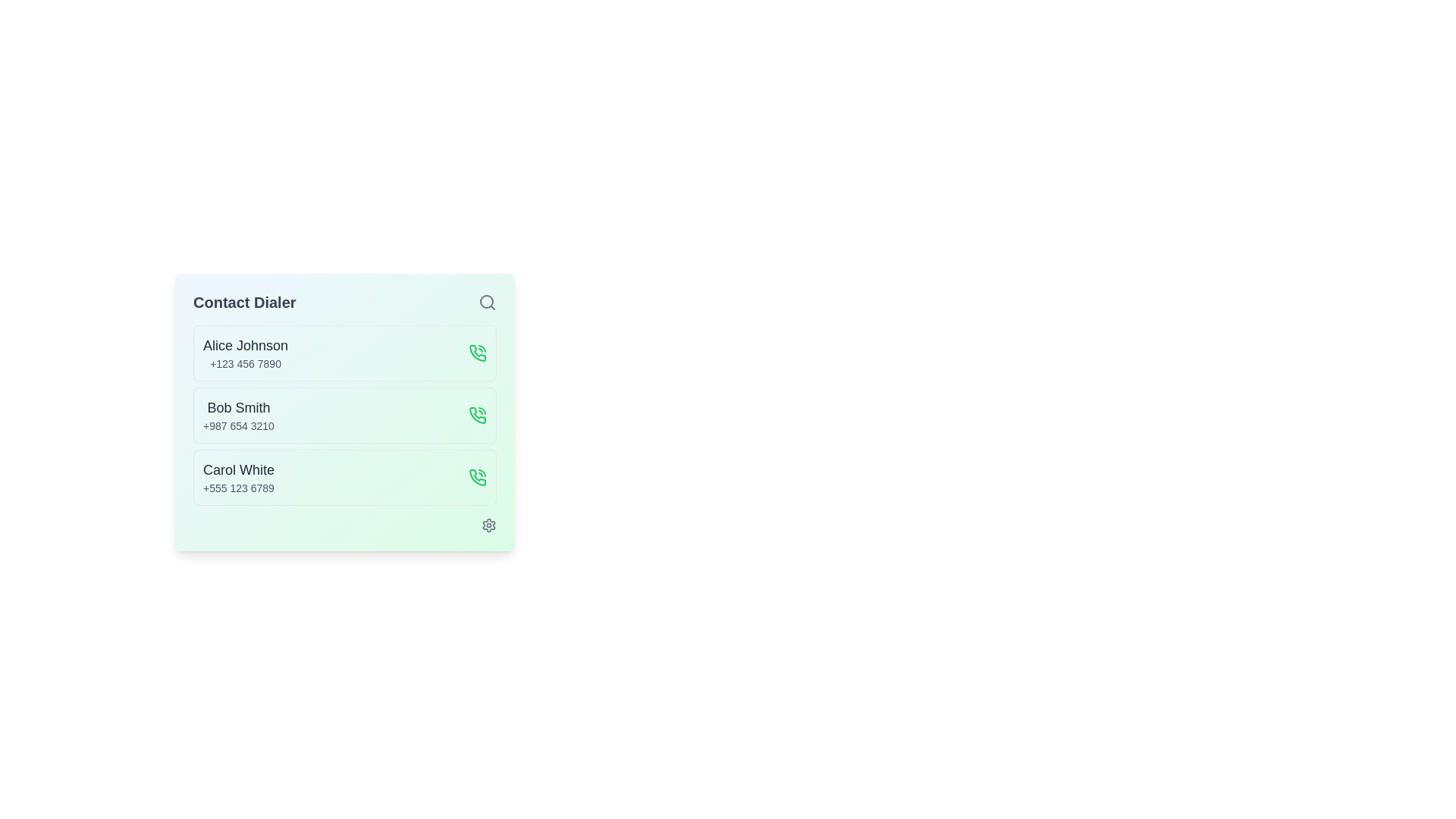 The image size is (1456, 819). I want to click on the Text label displaying the contact name in the third row of the contact list, which is located above the phone number '+555 123 6789', so click(238, 469).